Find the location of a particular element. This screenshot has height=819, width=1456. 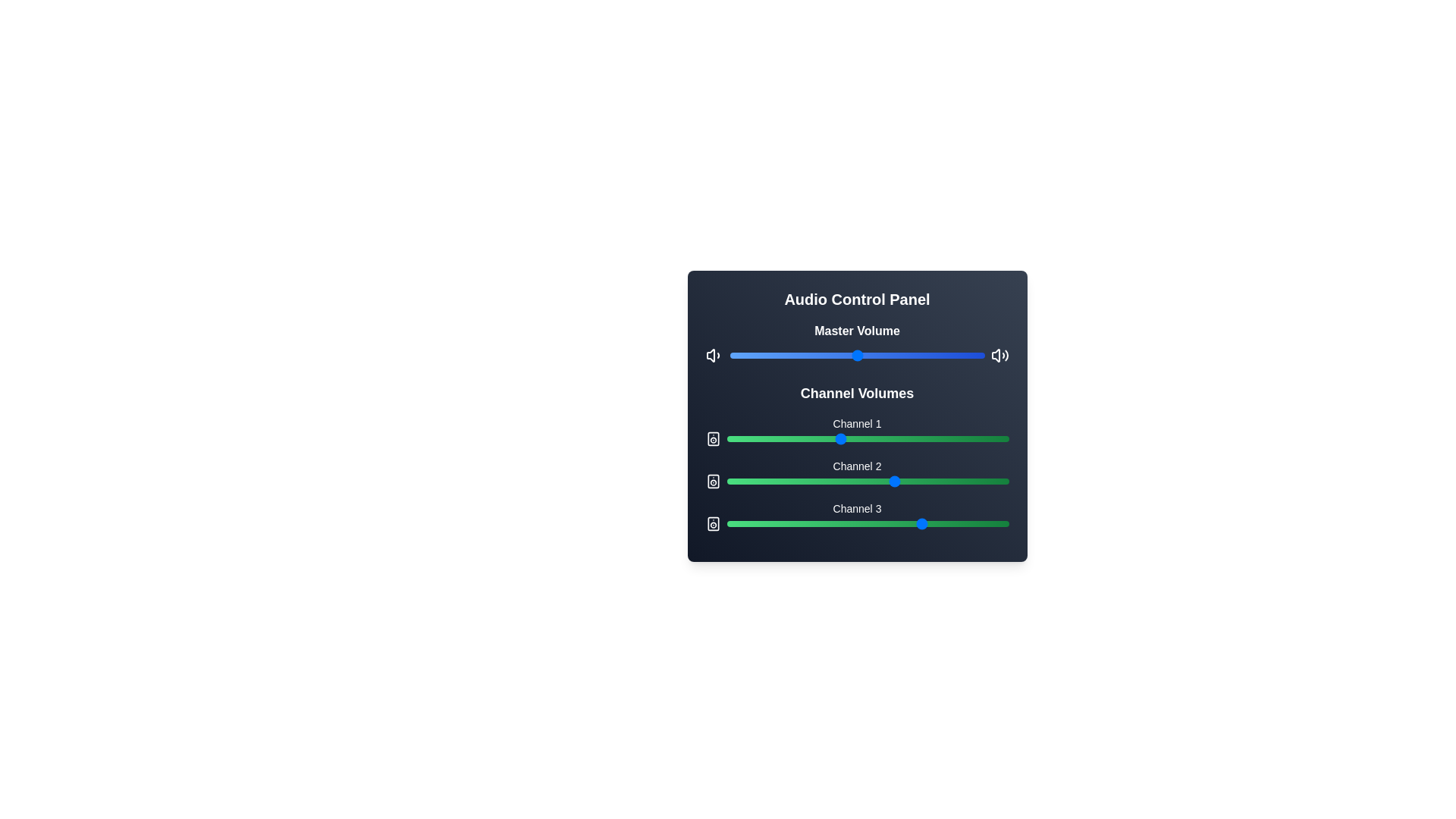

the slider value is located at coordinates (726, 522).